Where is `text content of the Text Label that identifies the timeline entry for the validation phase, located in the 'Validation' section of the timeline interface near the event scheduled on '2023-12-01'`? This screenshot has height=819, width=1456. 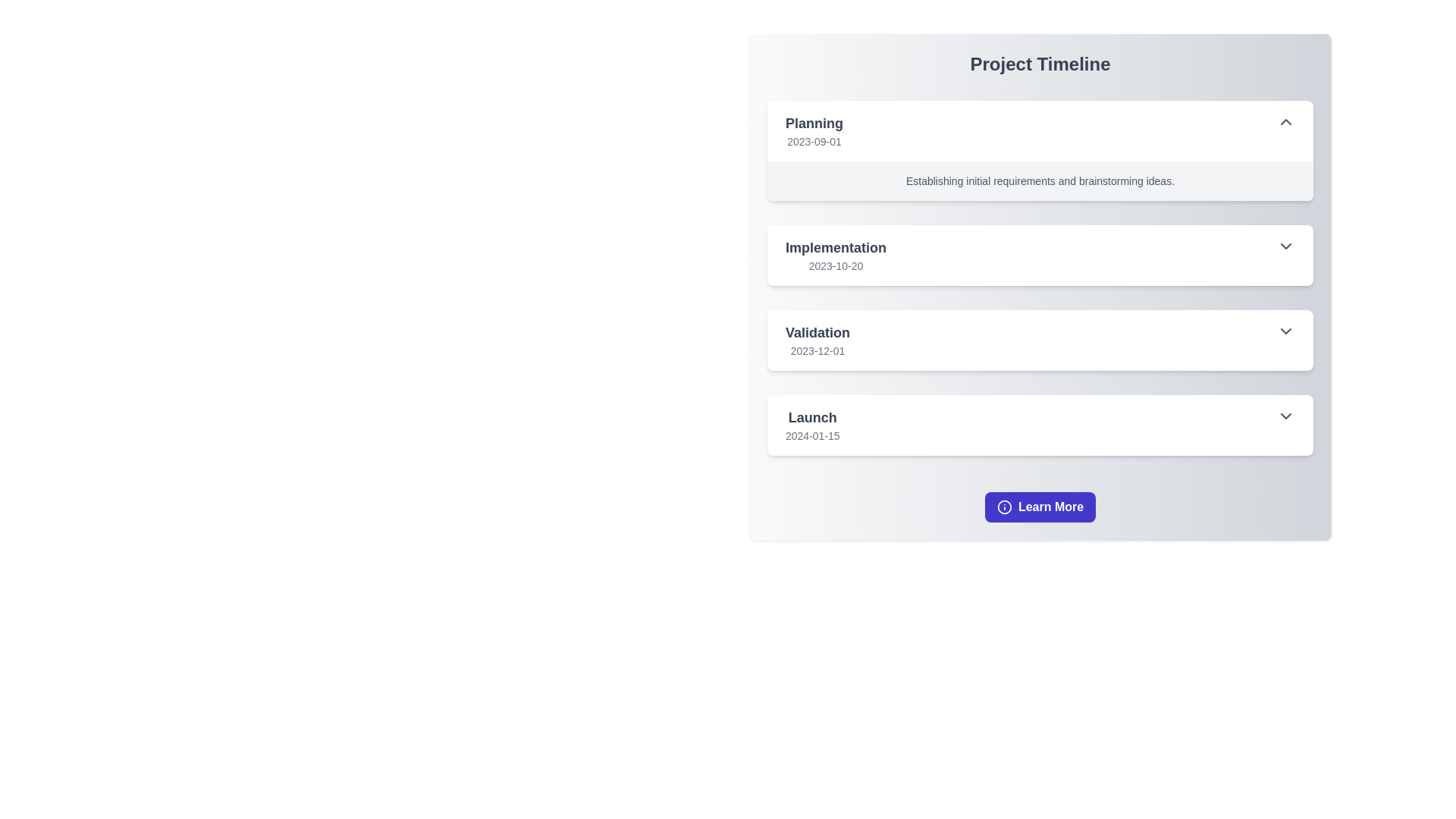
text content of the Text Label that identifies the timeline entry for the validation phase, located in the 'Validation' section of the timeline interface near the event scheduled on '2023-12-01' is located at coordinates (817, 332).